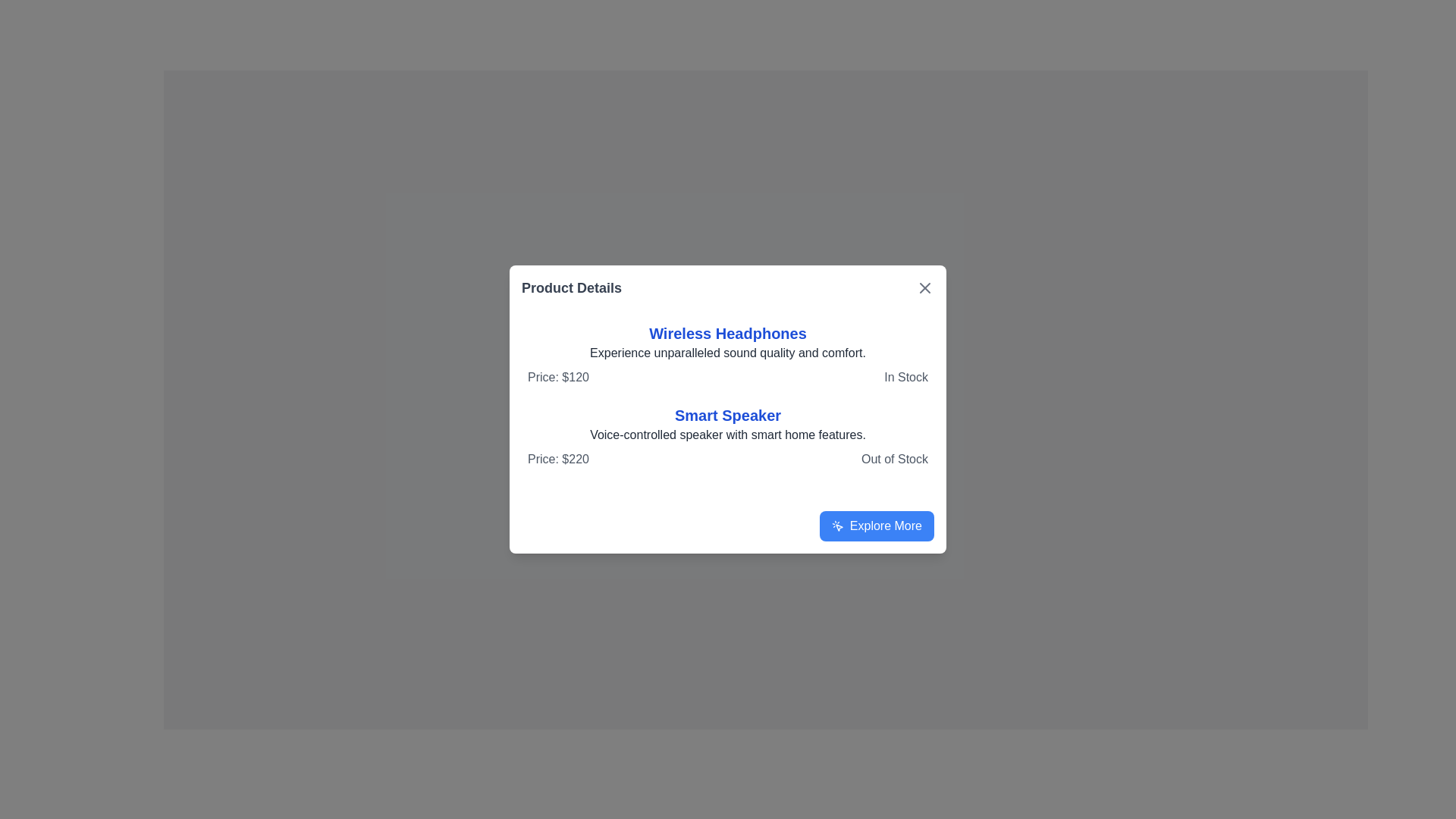  What do you see at coordinates (728, 435) in the screenshot?
I see `the static descriptive text element that provides information about the 'Smart Speaker' product, located below the title 'Smart Speaker' and above the price information 'Price: $220'` at bounding box center [728, 435].